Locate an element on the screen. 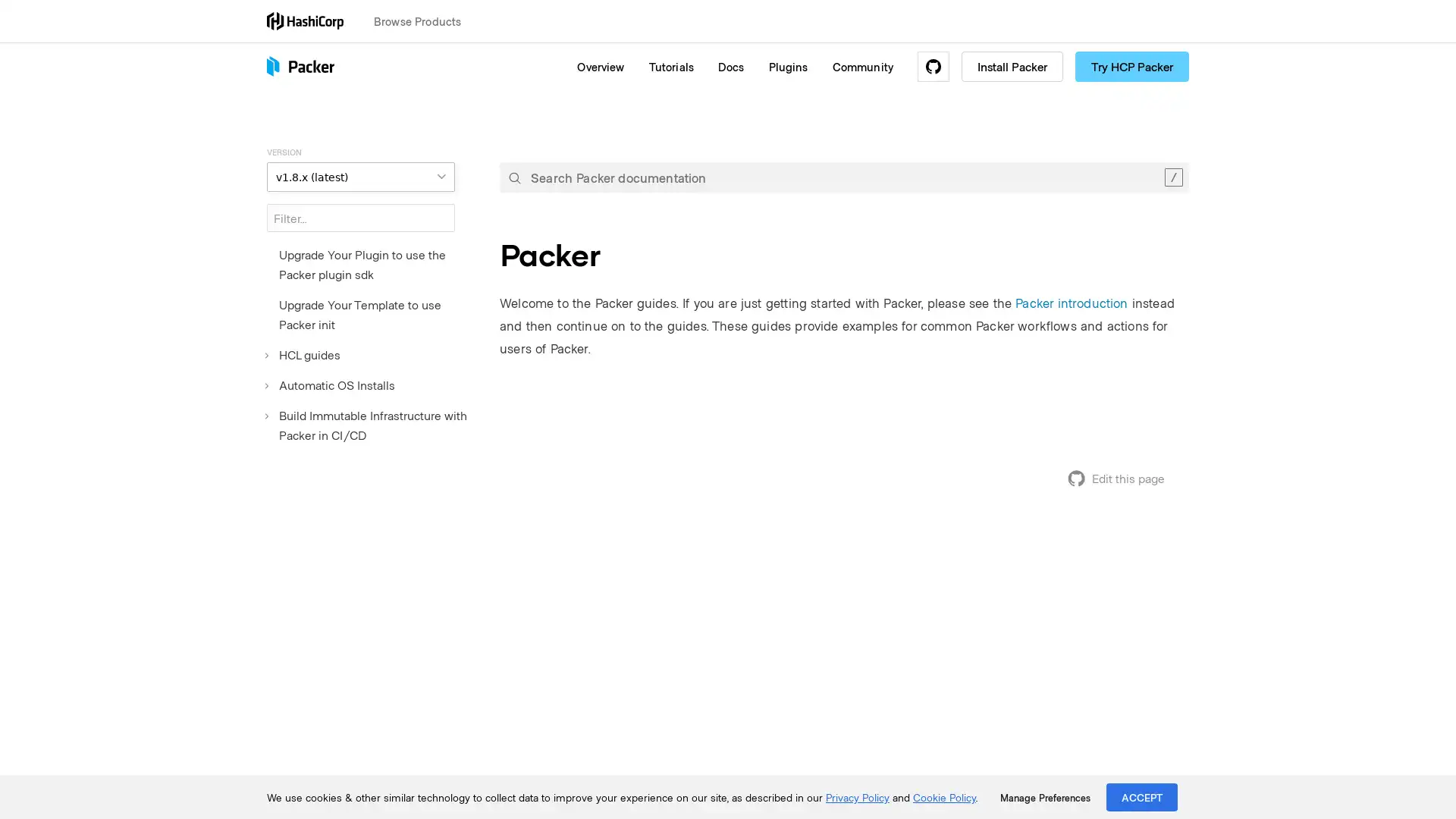 The image size is (1456, 819). VERSION is located at coordinates (359, 176).